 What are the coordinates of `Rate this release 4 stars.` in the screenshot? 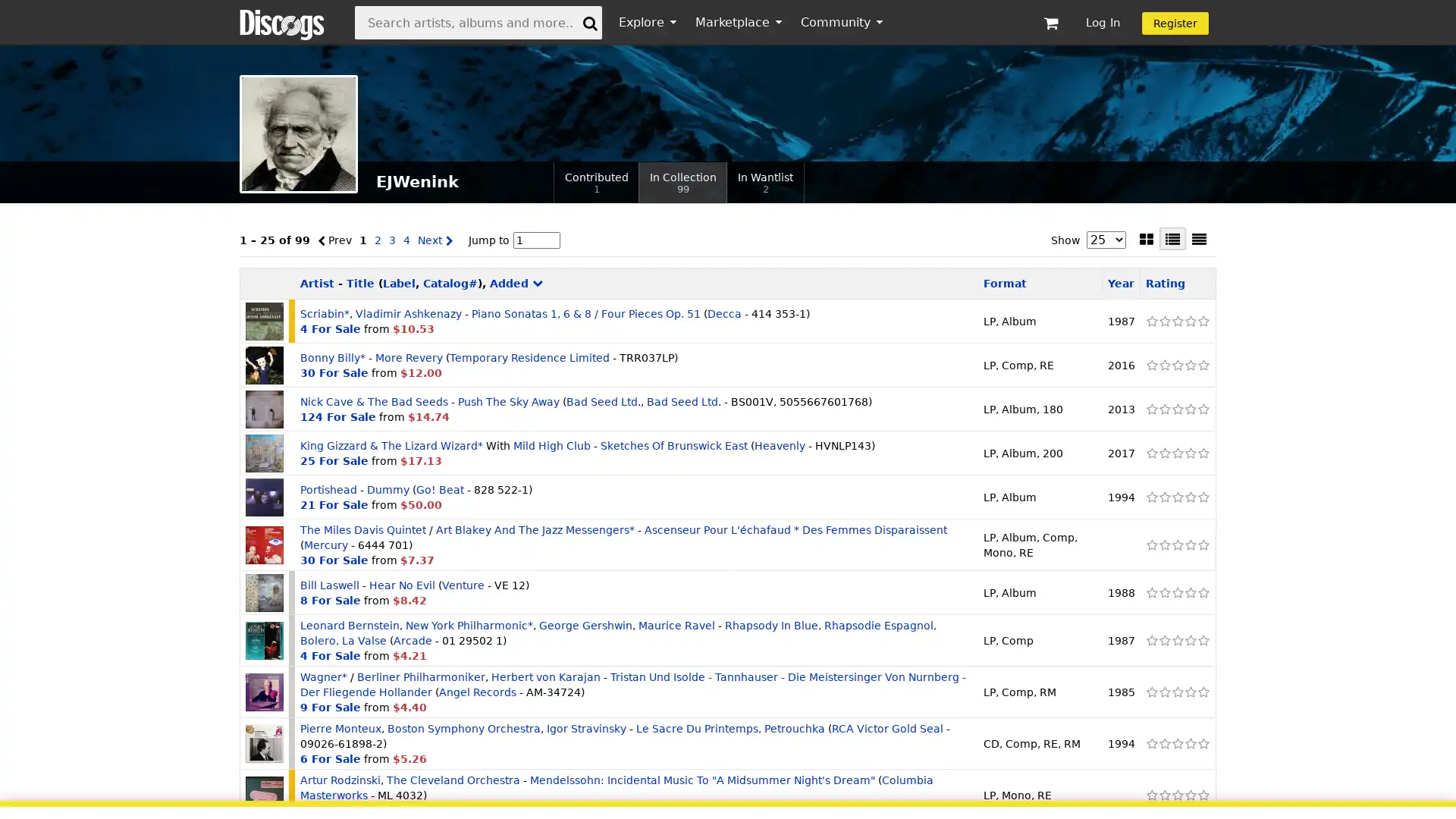 It's located at (1189, 452).